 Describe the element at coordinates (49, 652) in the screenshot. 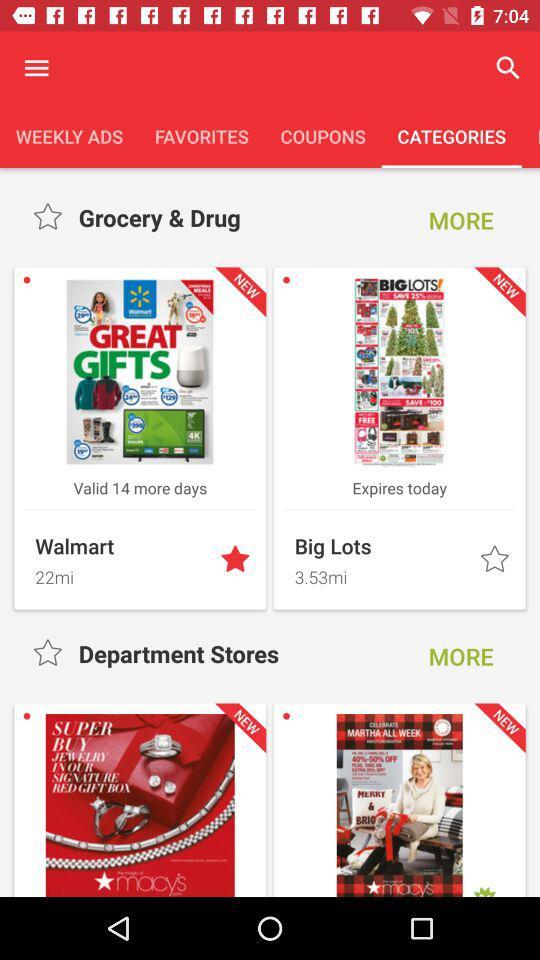

I see `highlight` at that location.